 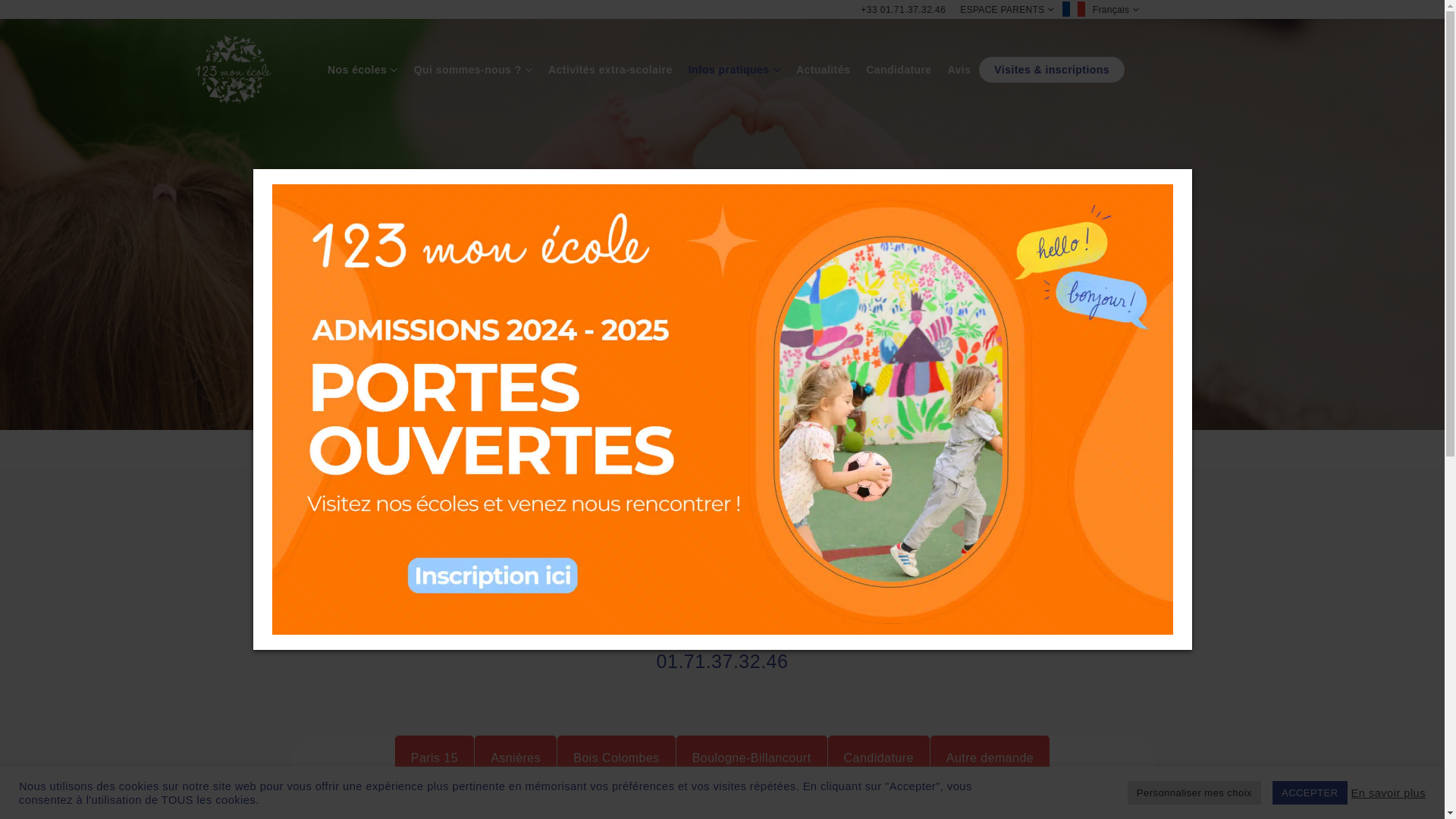 I want to click on 'Infos pratiques', so click(x=734, y=70).